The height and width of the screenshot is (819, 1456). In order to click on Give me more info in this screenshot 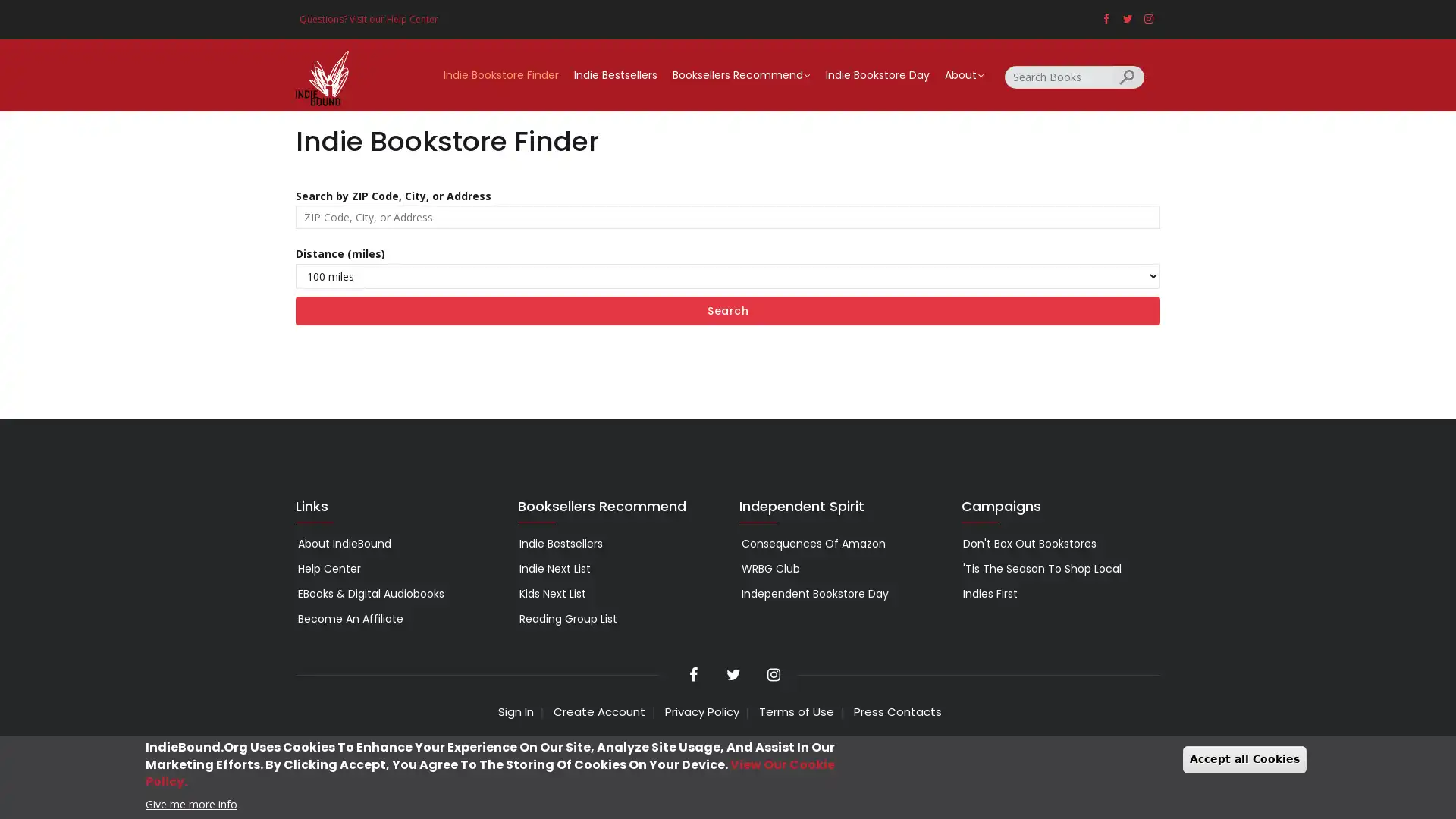, I will do `click(190, 802)`.